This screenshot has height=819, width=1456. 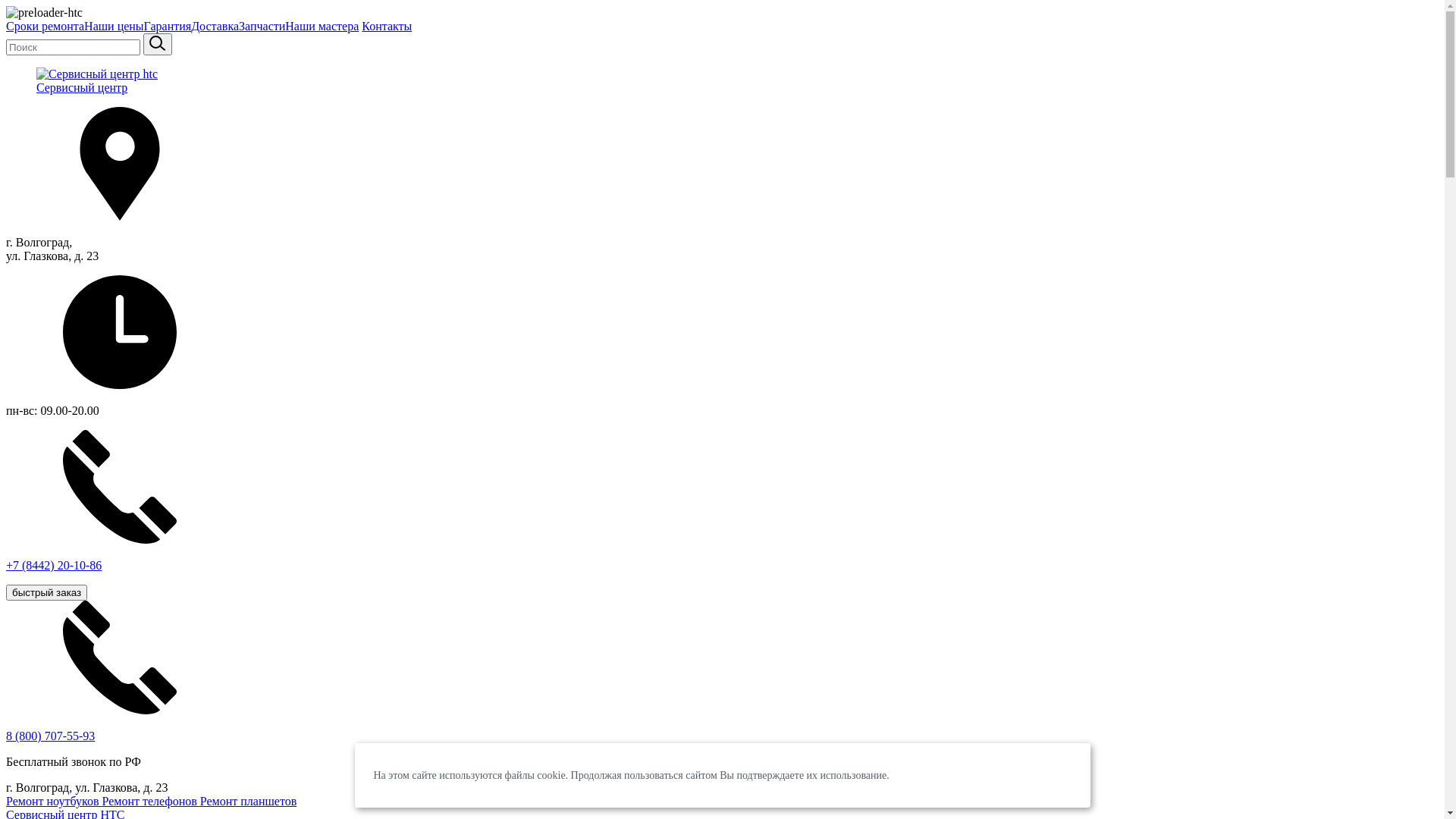 What do you see at coordinates (157, 43) in the screenshot?
I see `'sisea.search'` at bounding box center [157, 43].